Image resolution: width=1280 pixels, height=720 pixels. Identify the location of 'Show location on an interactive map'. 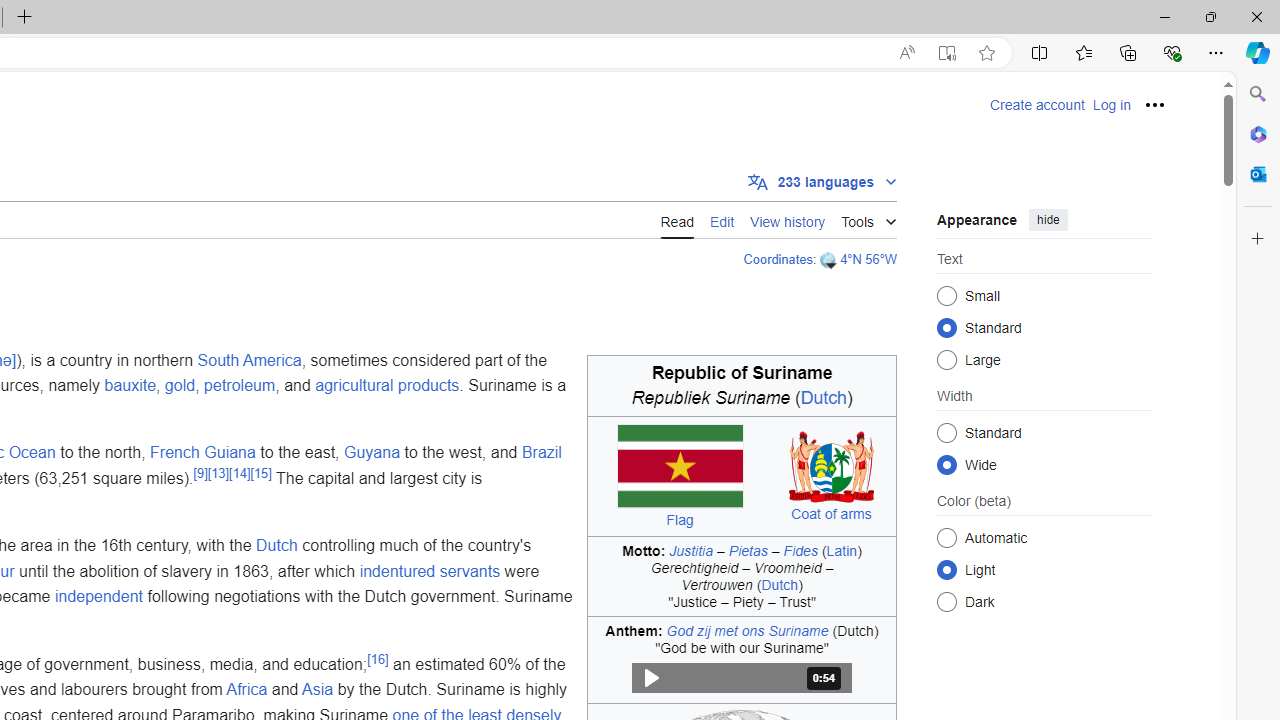
(830, 259).